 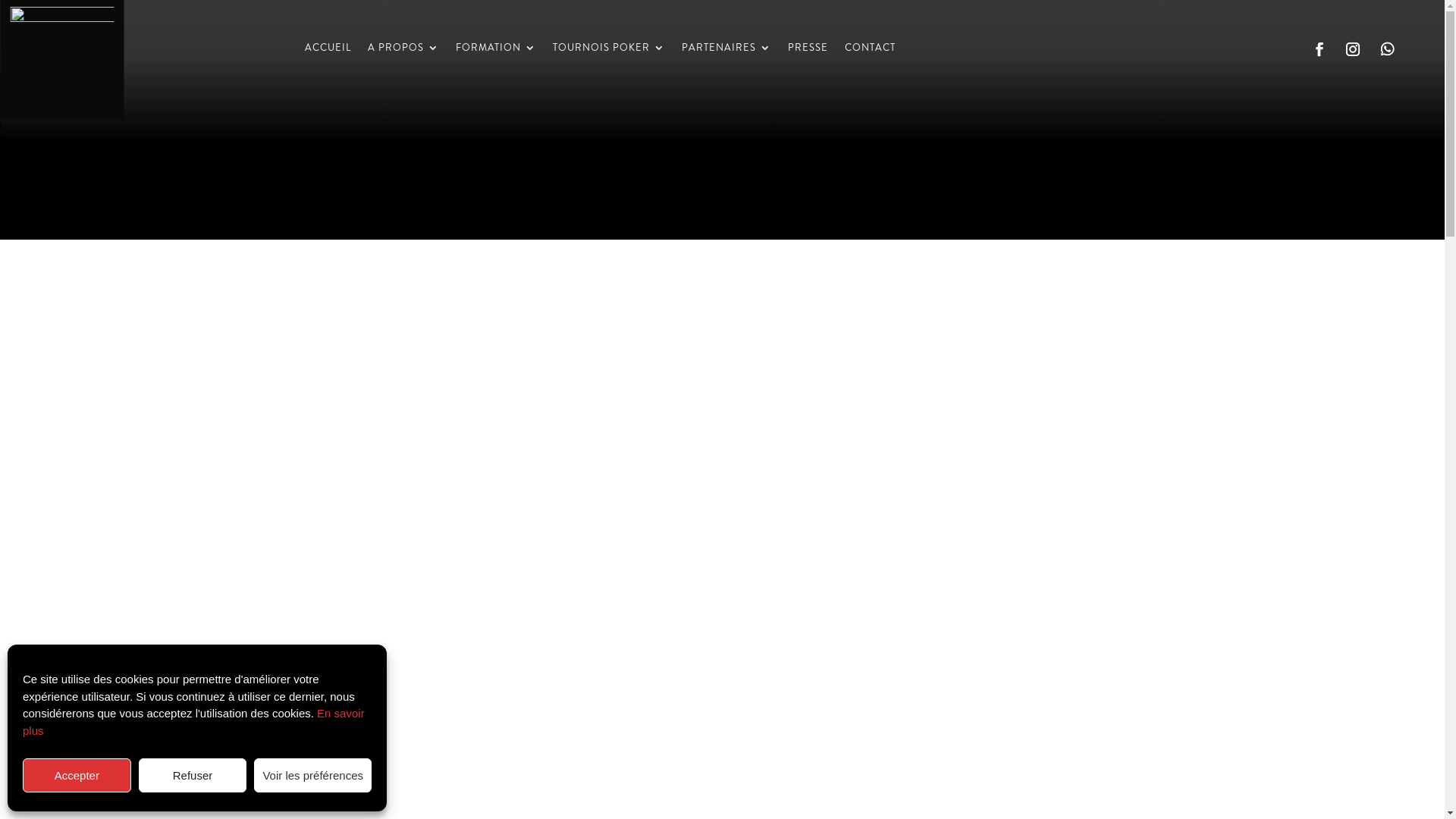 What do you see at coordinates (61, 58) in the screenshot?
I see `'Casino-formation-logoBlanc'` at bounding box center [61, 58].